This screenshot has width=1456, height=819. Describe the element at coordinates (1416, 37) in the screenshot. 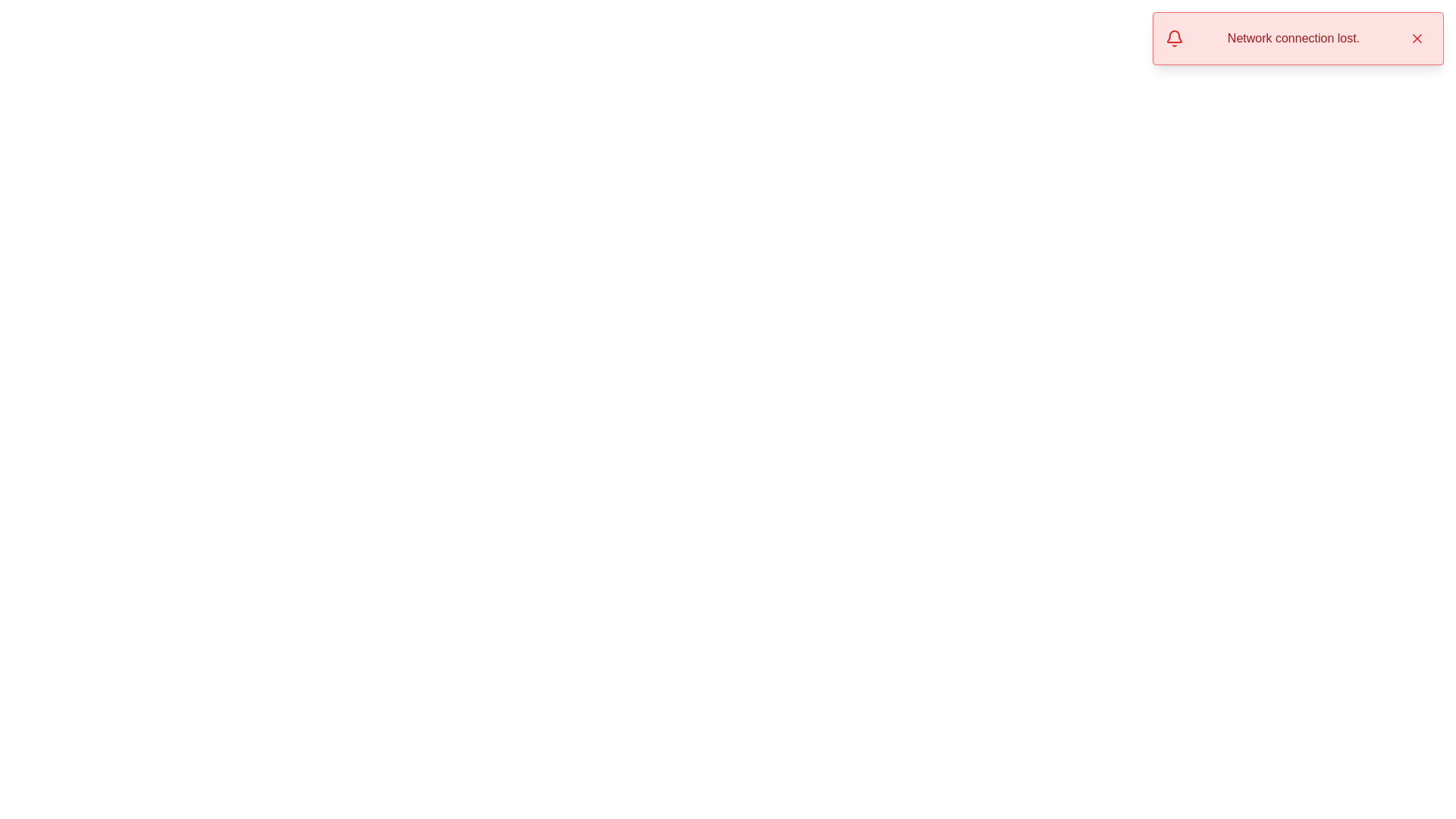

I see `the Close button represented as an 'X' icon in the top-right corner of the alert box` at that location.